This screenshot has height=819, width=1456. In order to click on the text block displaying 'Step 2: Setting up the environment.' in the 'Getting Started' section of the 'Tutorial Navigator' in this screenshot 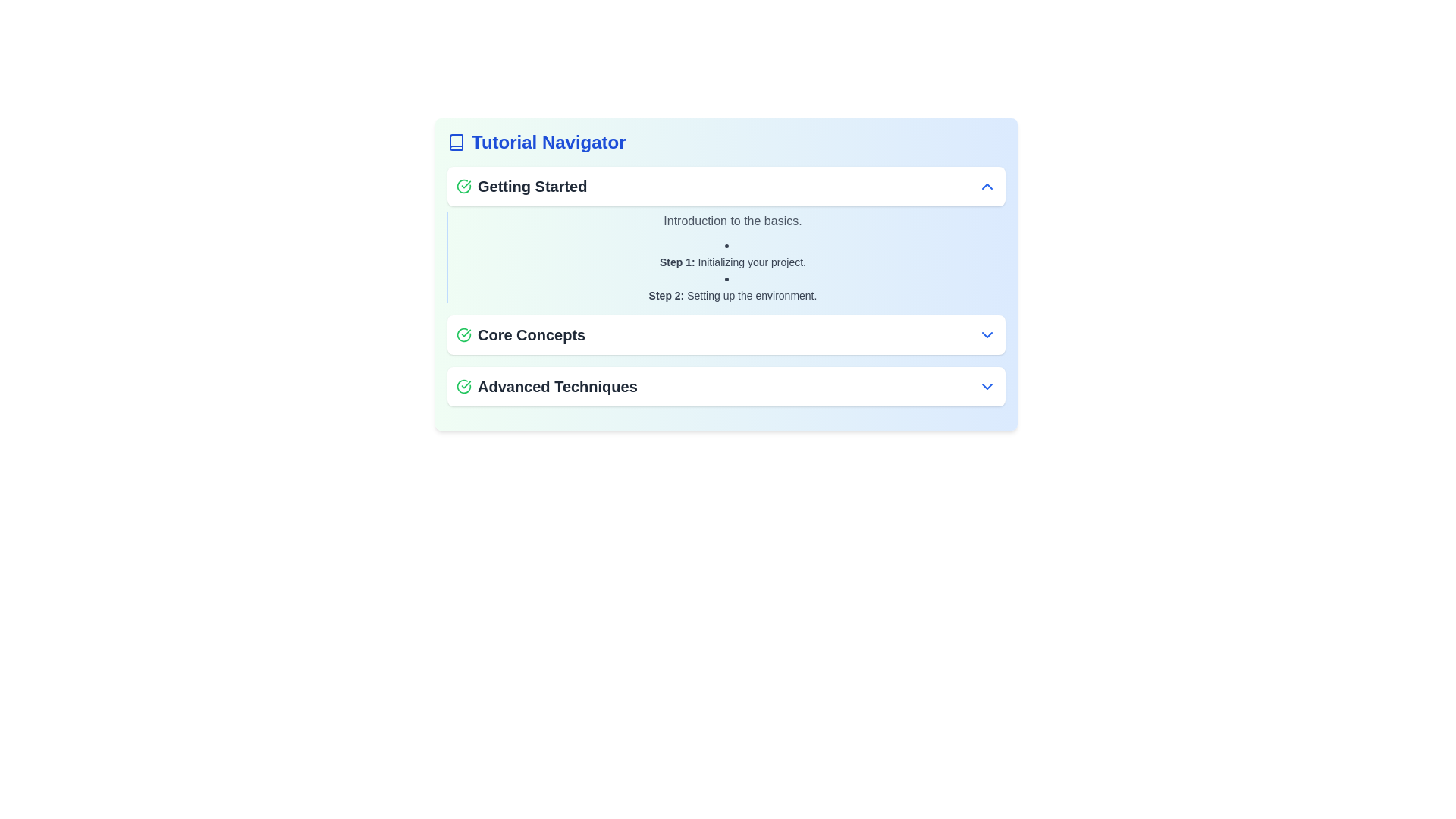, I will do `click(733, 287)`.